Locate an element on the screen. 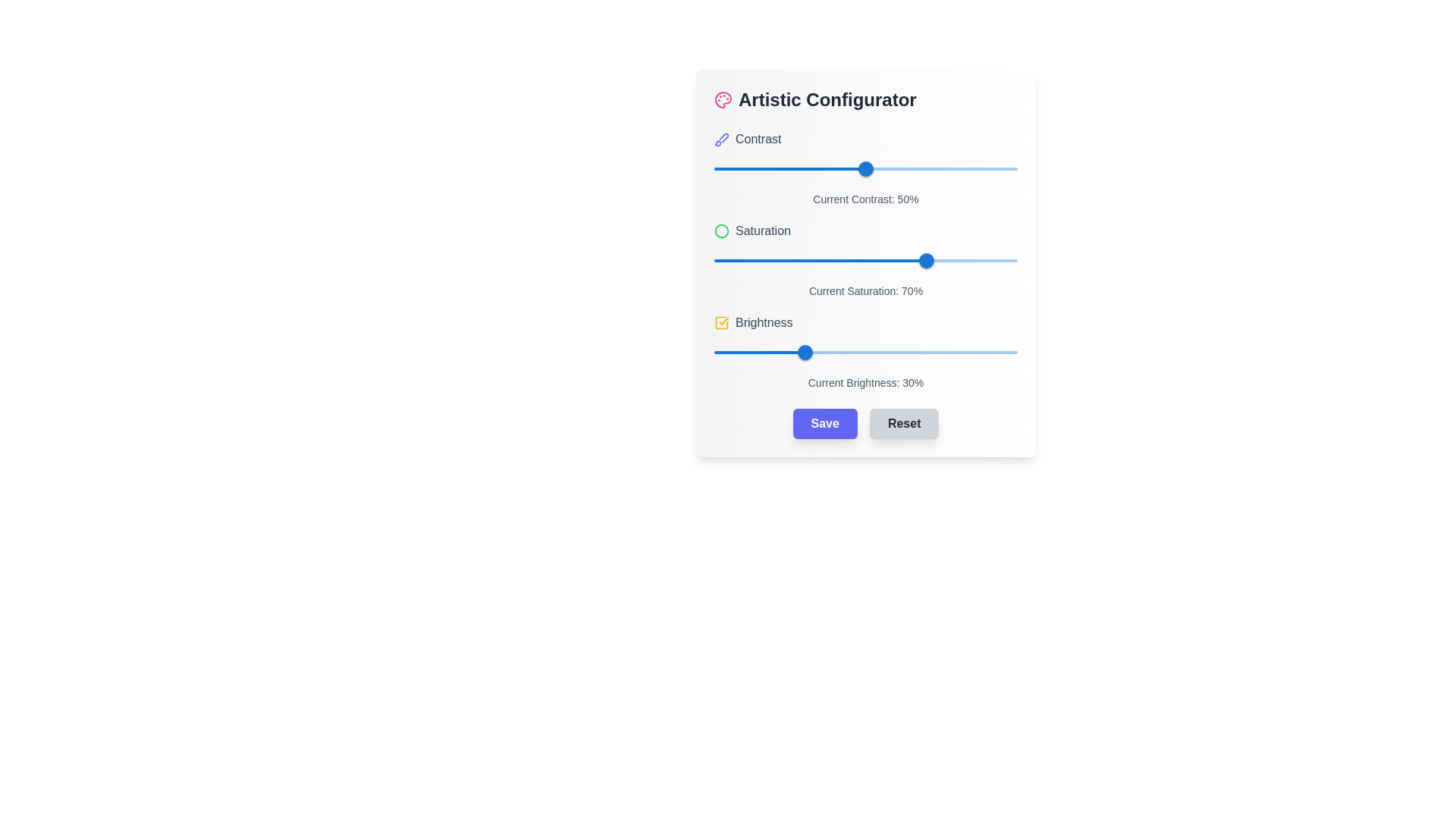 This screenshot has width=1456, height=819. the brightness level is located at coordinates (923, 353).